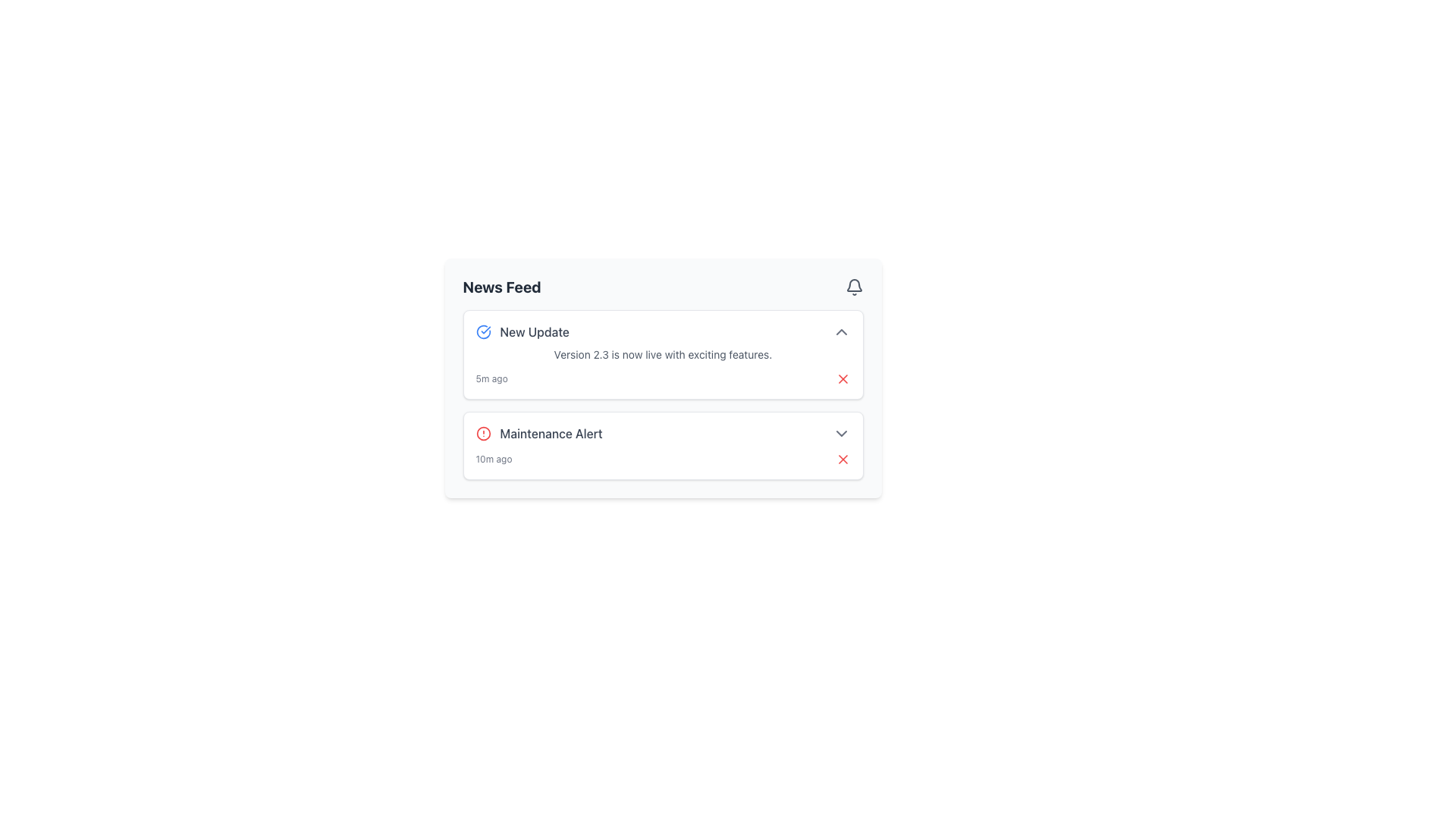 The height and width of the screenshot is (819, 1456). What do you see at coordinates (842, 378) in the screenshot?
I see `the red 'X' button, which is styled as a small circular icon located at the right end of the horizontal bar displaying '5m ago'` at bounding box center [842, 378].